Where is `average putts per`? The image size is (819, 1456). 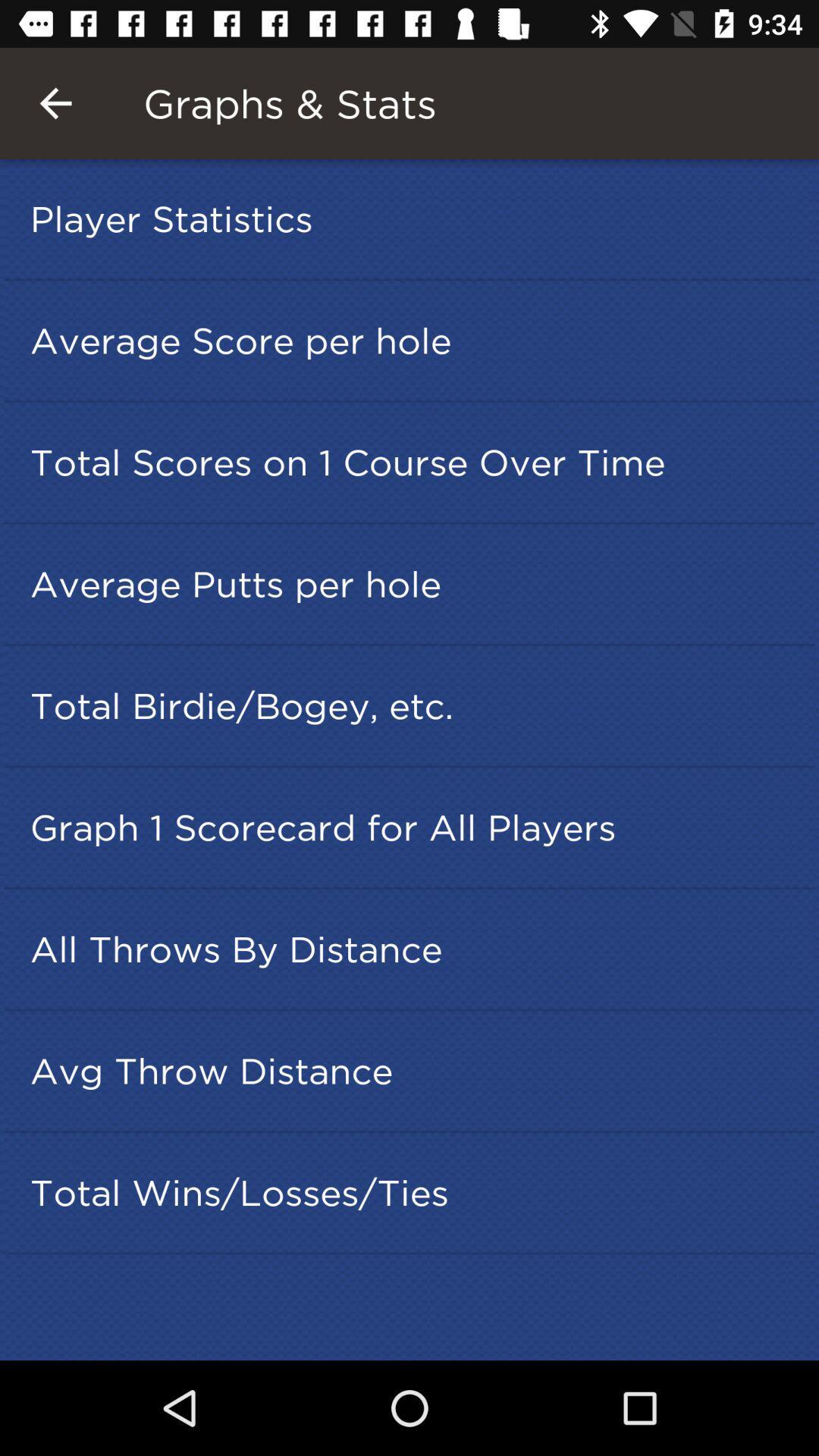 average putts per is located at coordinates (414, 583).